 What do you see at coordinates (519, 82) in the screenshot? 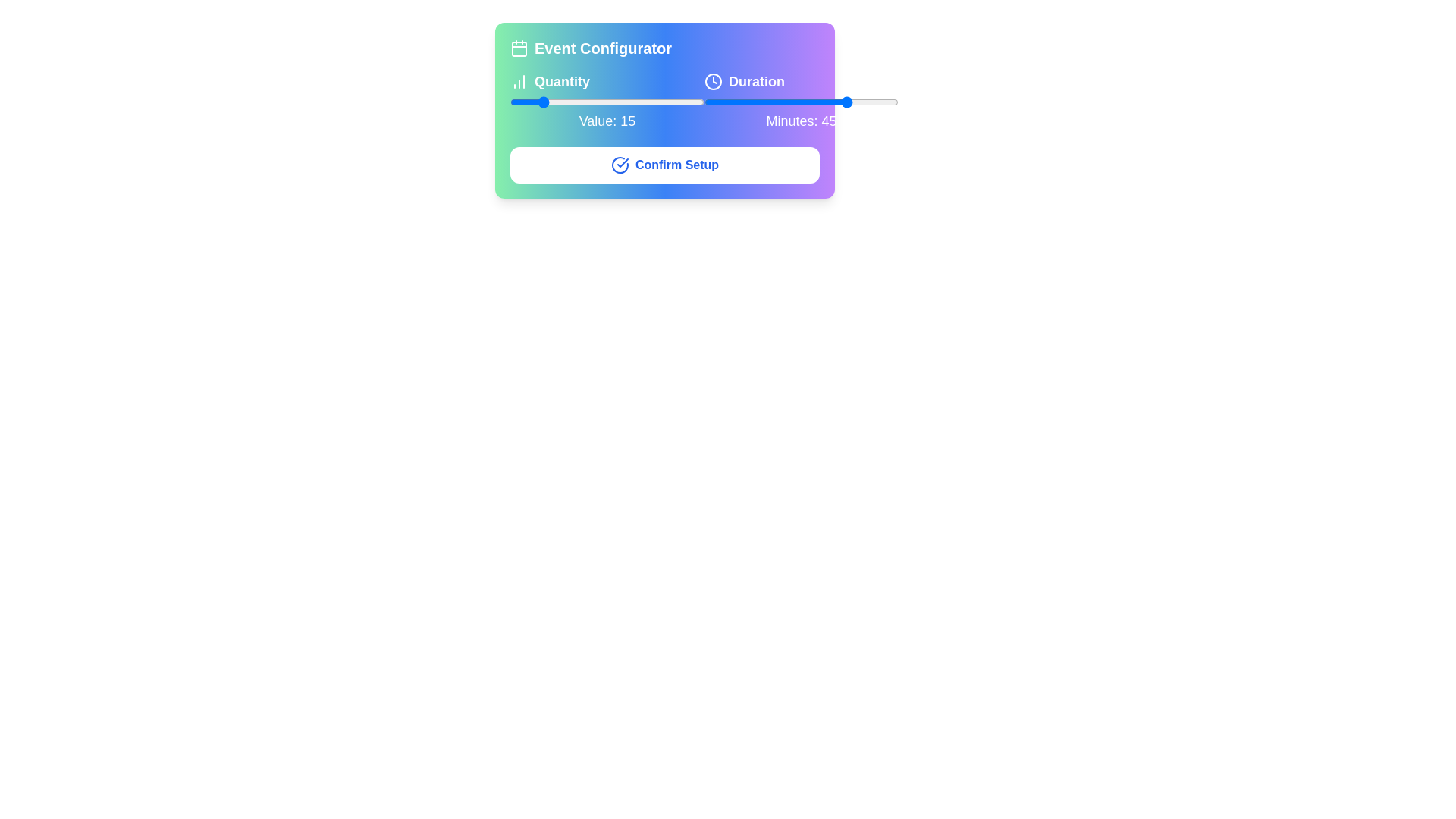
I see `the bar chart icon located to the left of the 'Quantity' text, which features three vertical bars of varying heights in a minimalist design` at bounding box center [519, 82].